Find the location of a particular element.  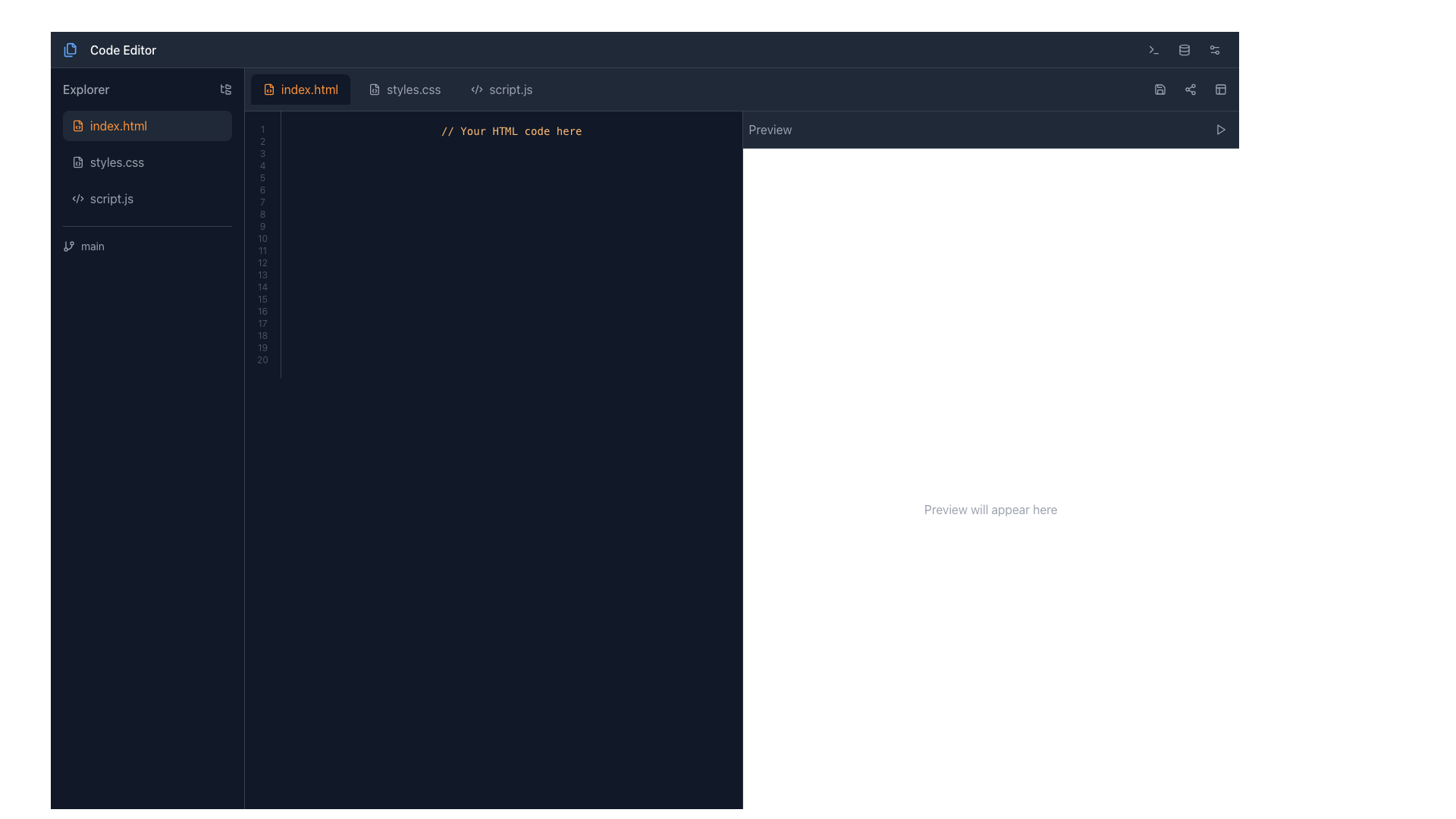

the 'styles.css' file button located in the 'Explorer' section, which is the second item in the vertical file list is located at coordinates (147, 162).